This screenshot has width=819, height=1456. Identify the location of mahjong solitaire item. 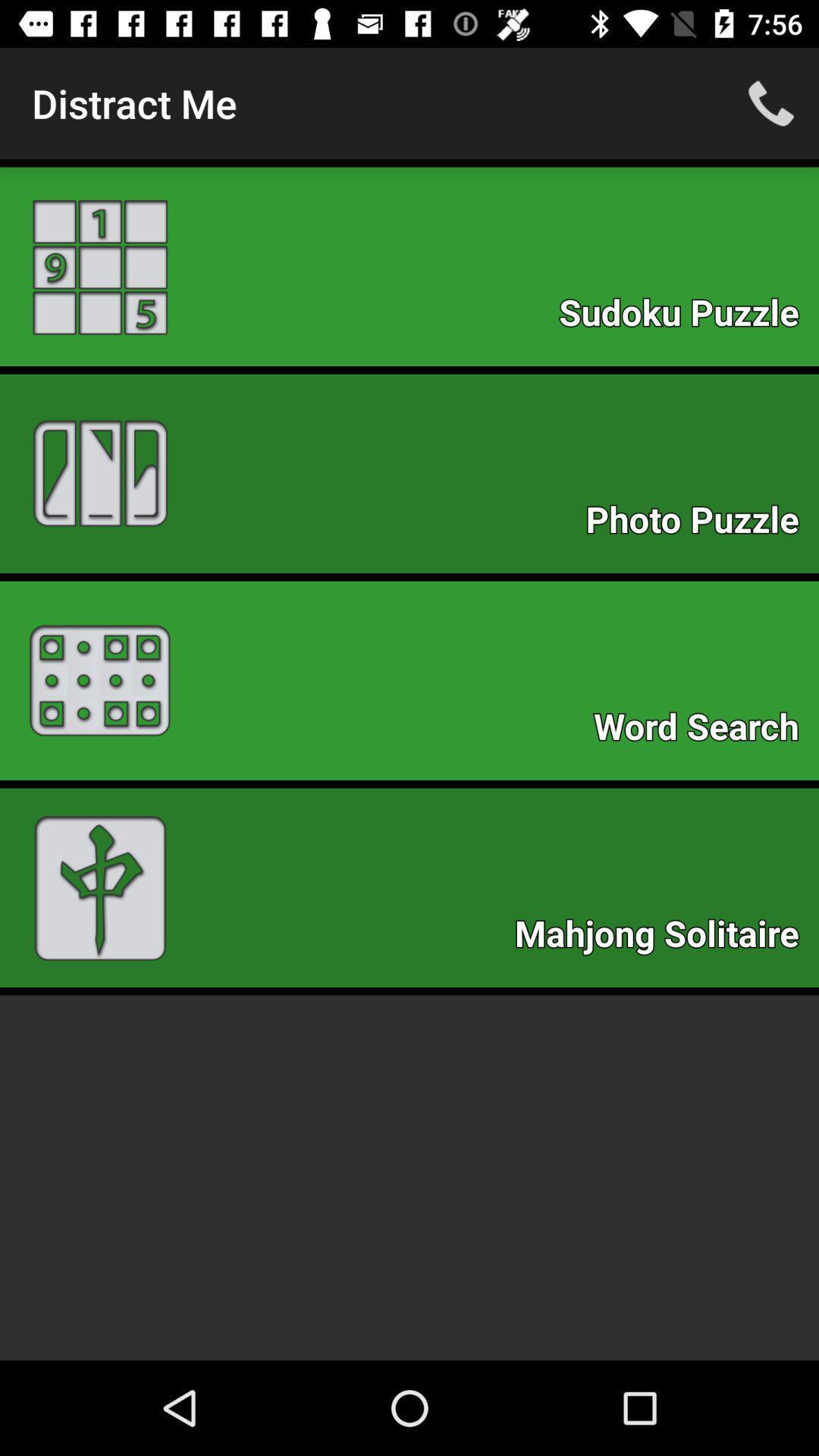
(664, 937).